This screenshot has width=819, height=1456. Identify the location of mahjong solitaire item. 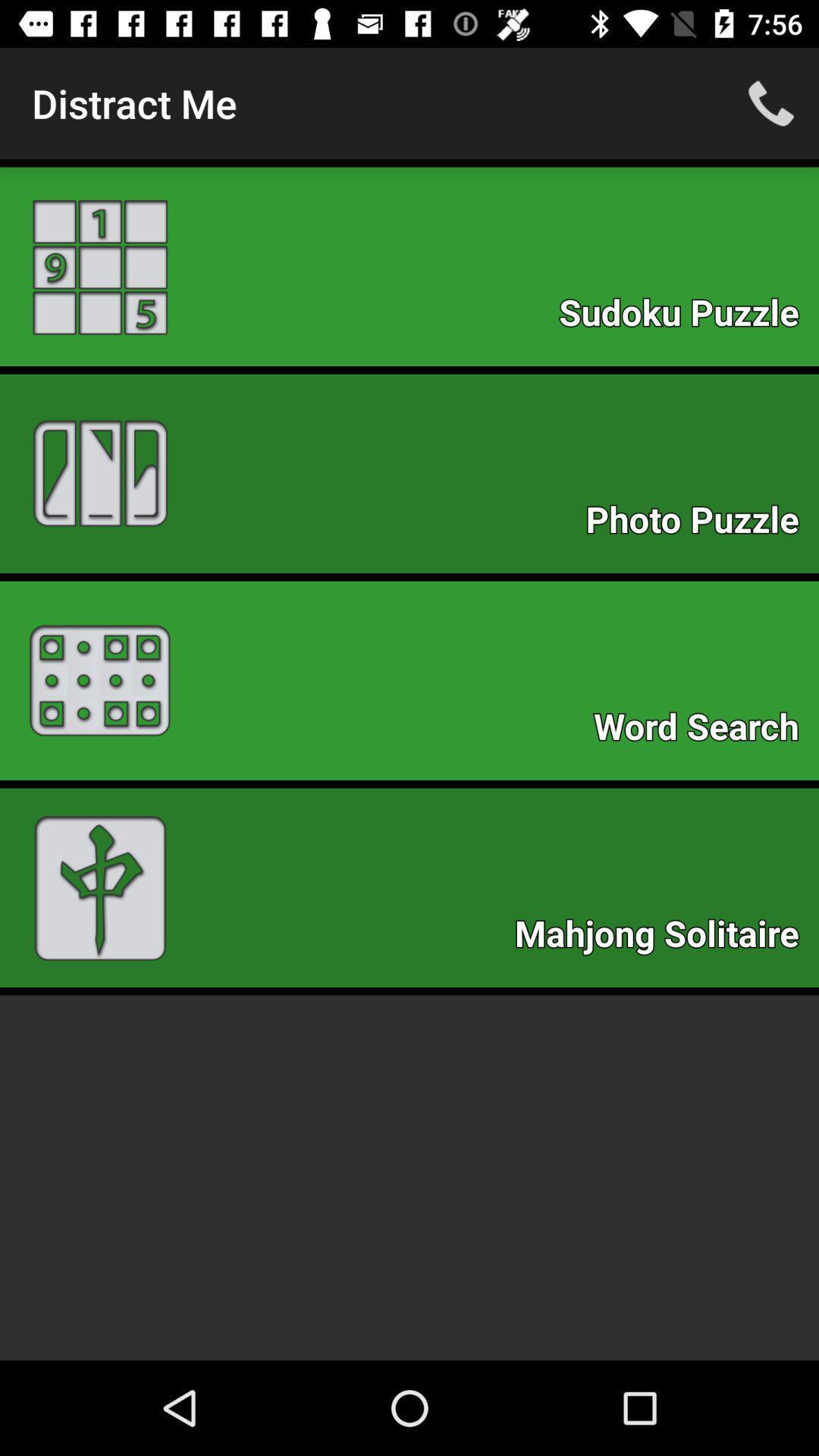
(664, 937).